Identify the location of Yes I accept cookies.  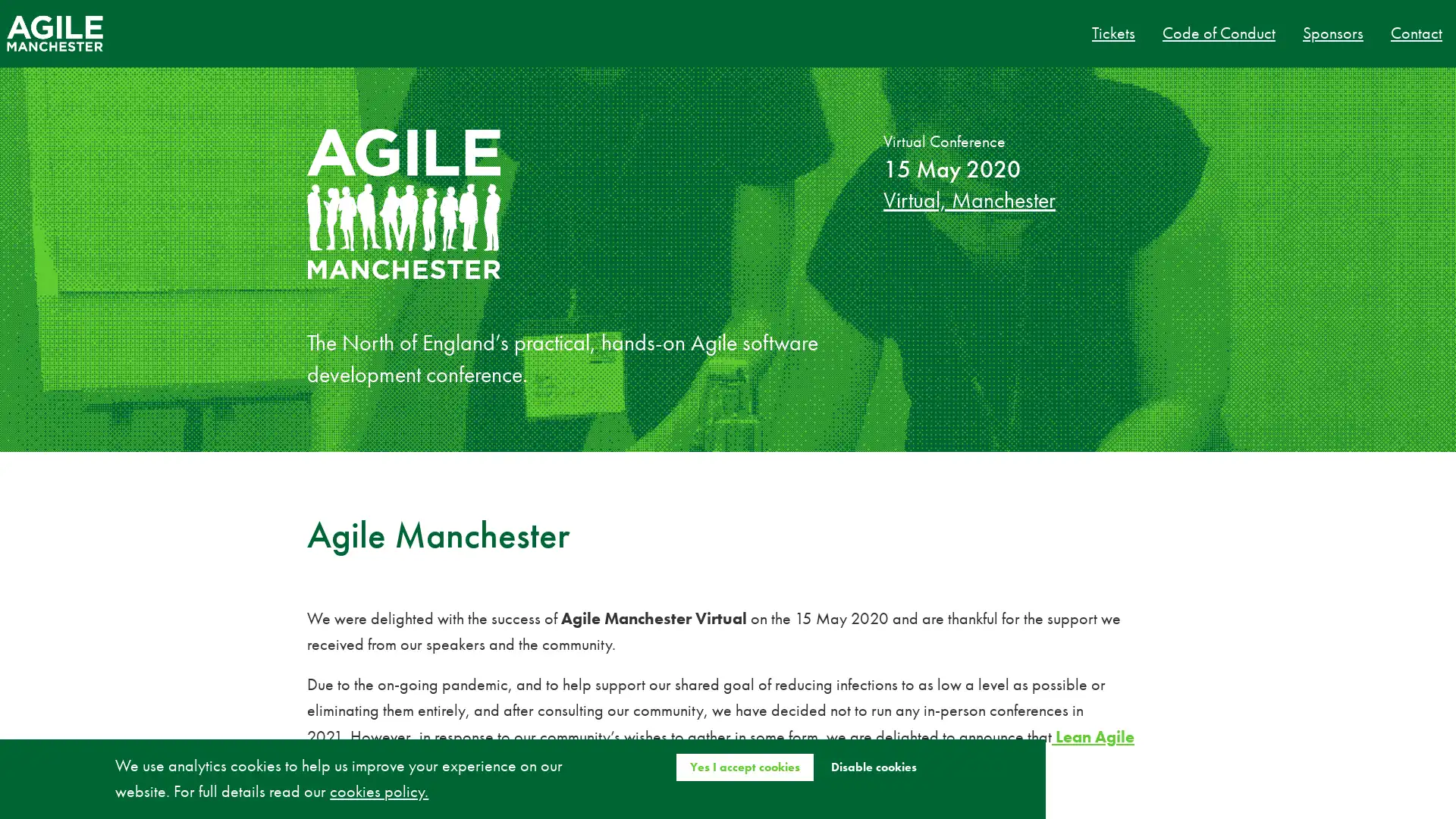
(744, 766).